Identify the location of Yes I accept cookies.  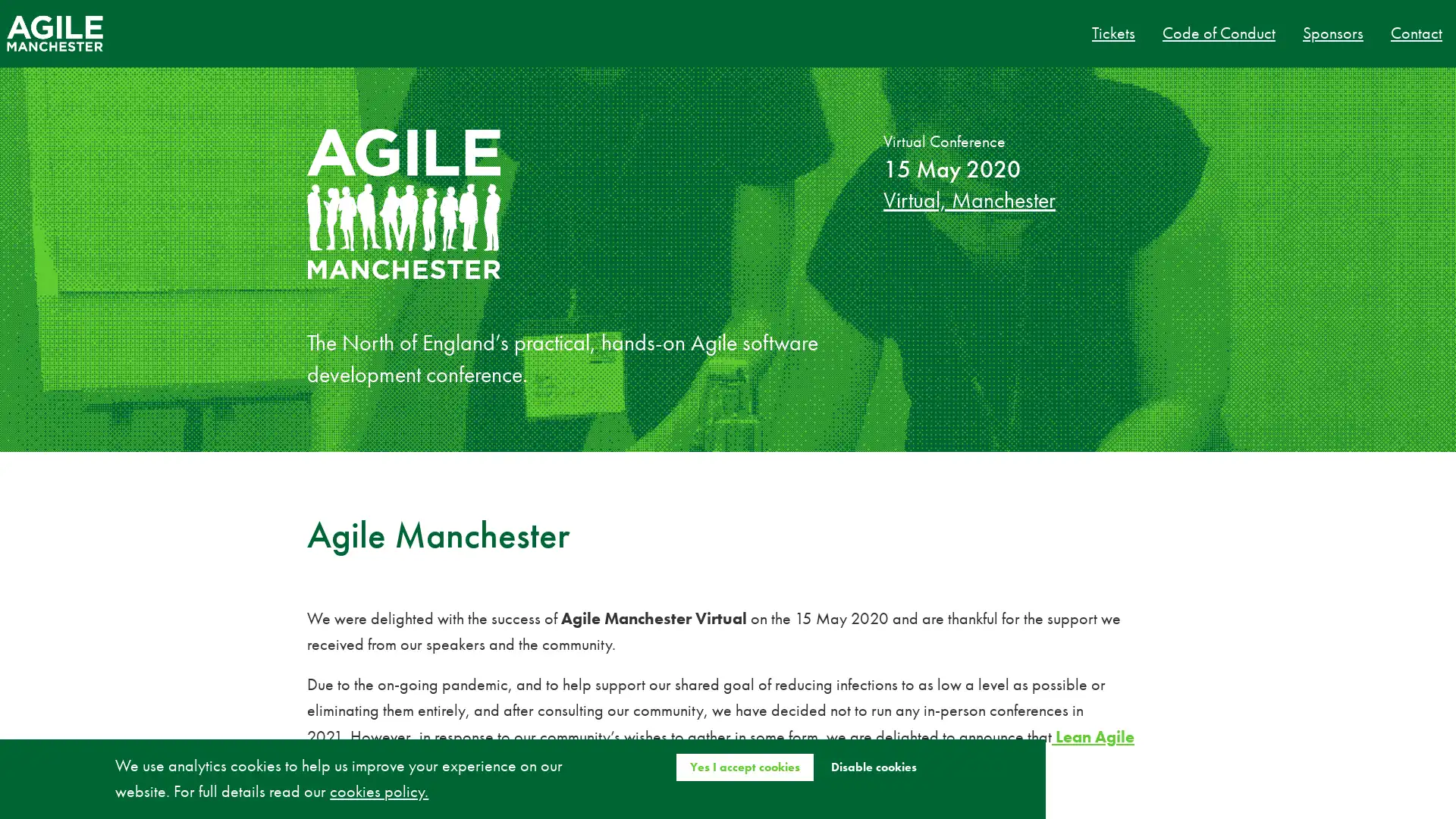
(744, 766).